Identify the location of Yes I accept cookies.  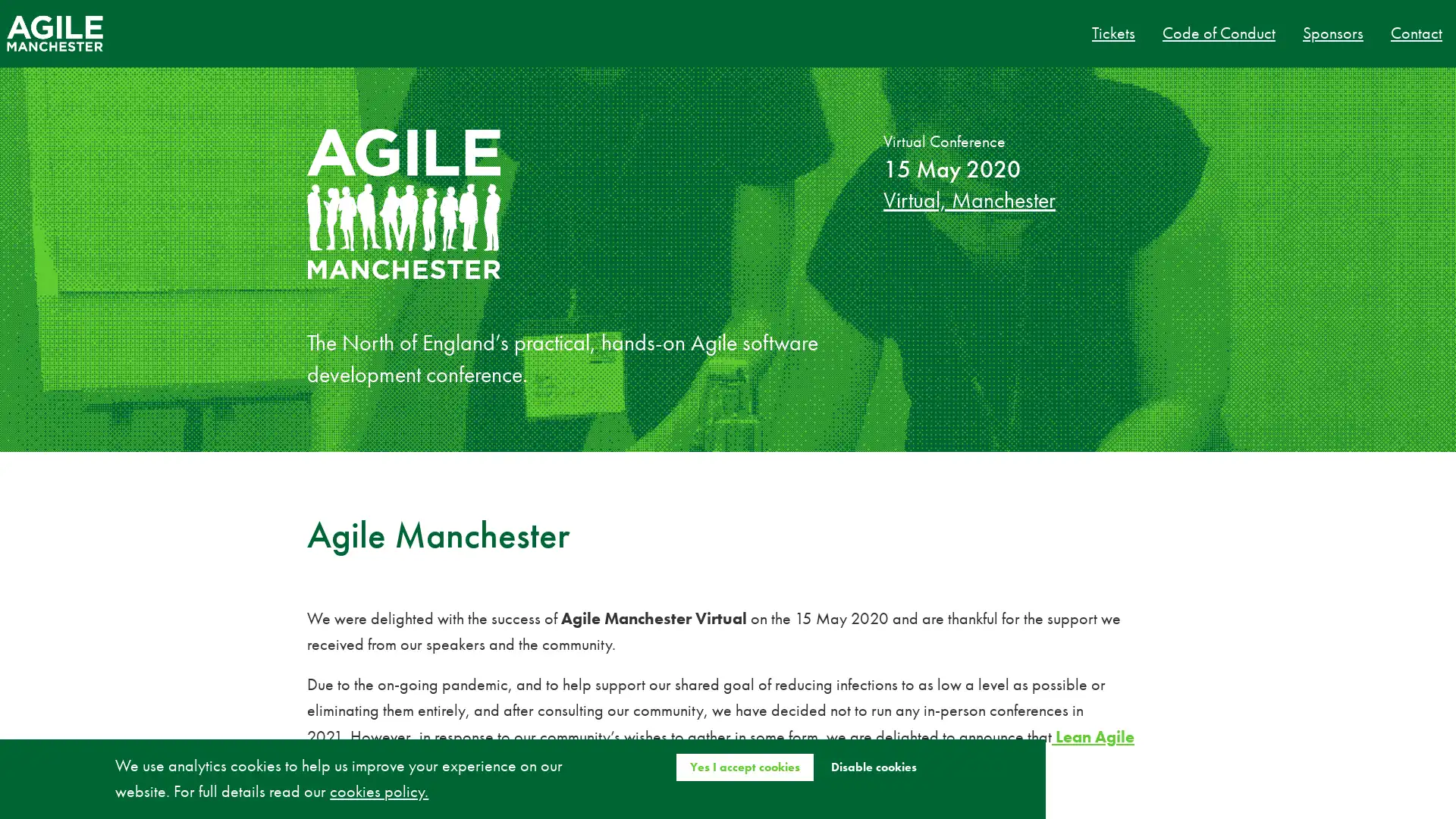
(744, 766).